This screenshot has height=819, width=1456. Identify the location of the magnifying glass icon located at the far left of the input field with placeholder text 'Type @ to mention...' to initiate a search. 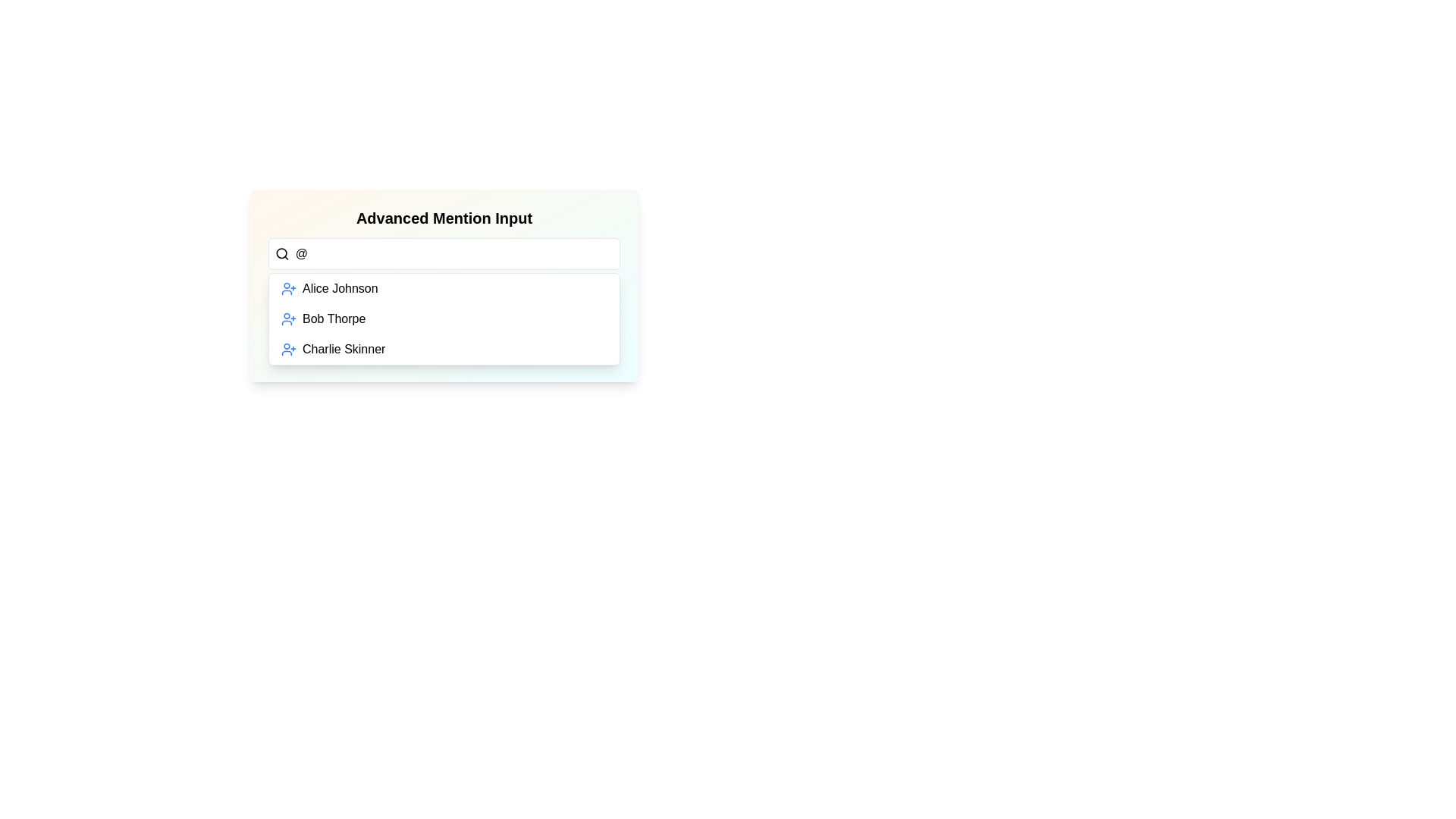
(282, 253).